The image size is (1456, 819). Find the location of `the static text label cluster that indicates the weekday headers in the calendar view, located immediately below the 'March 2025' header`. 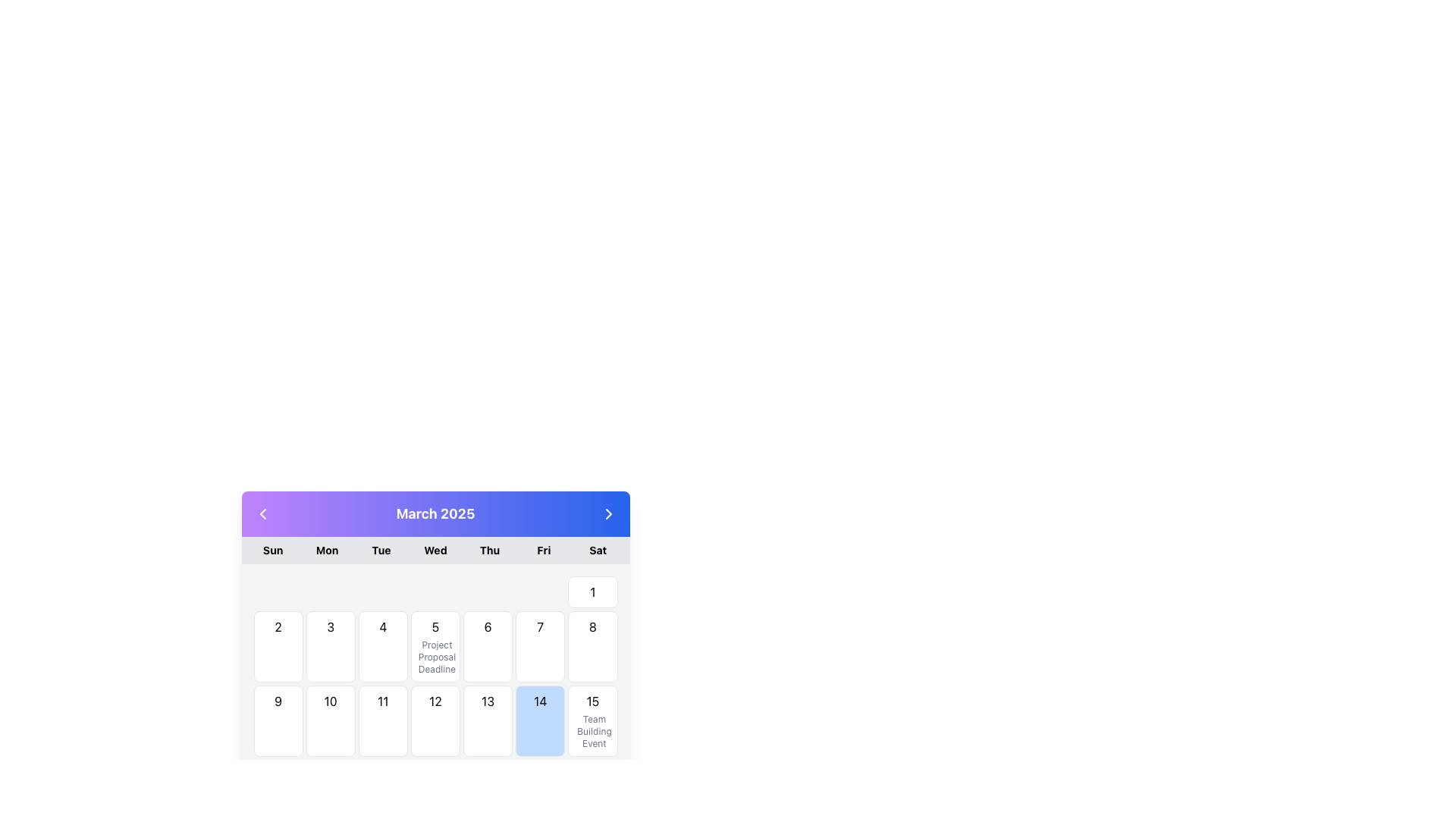

the static text label cluster that indicates the weekday headers in the calendar view, located immediately below the 'March 2025' header is located at coordinates (435, 550).